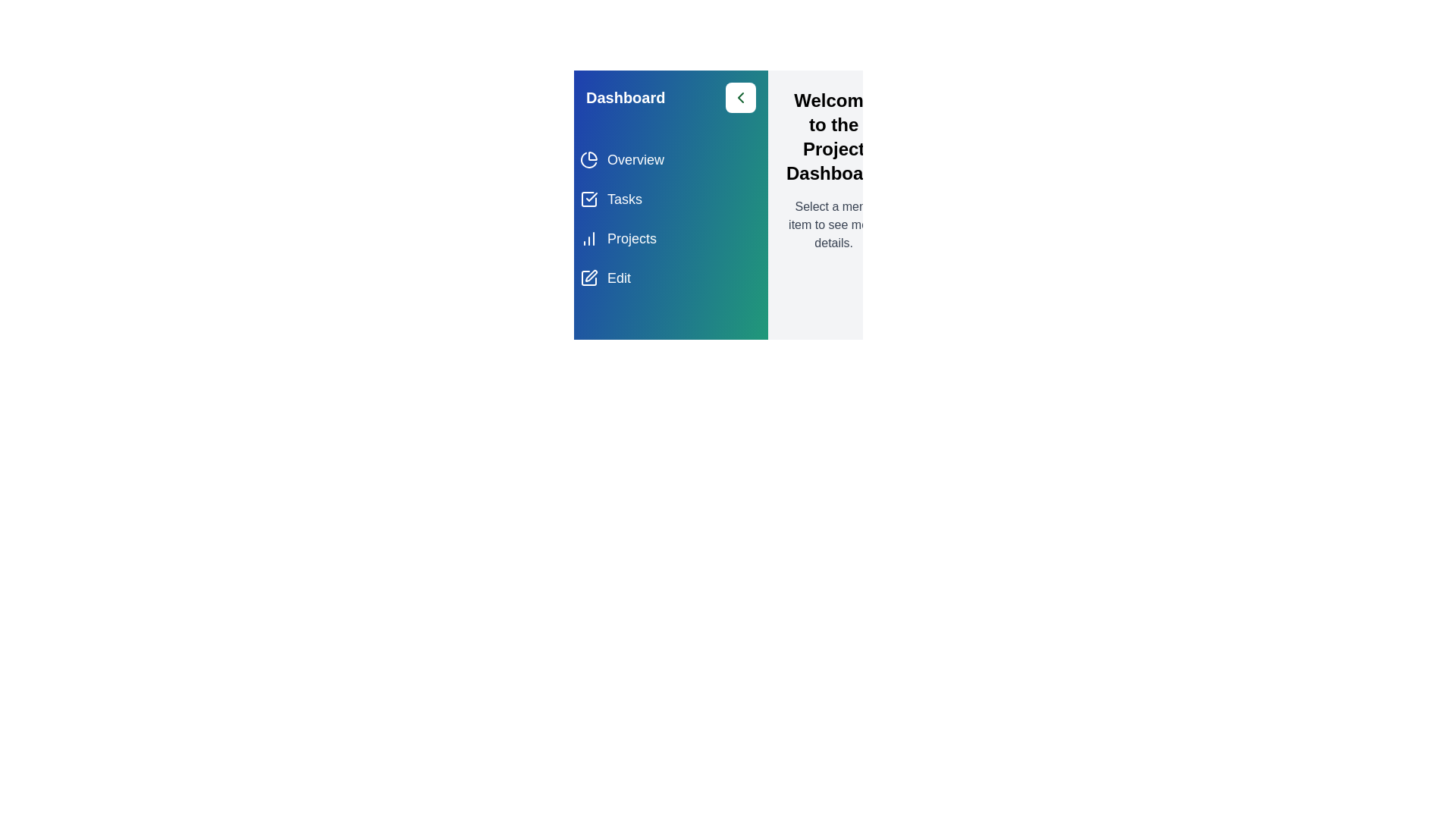  Describe the element at coordinates (670, 239) in the screenshot. I see `the menu item Projects from the list` at that location.